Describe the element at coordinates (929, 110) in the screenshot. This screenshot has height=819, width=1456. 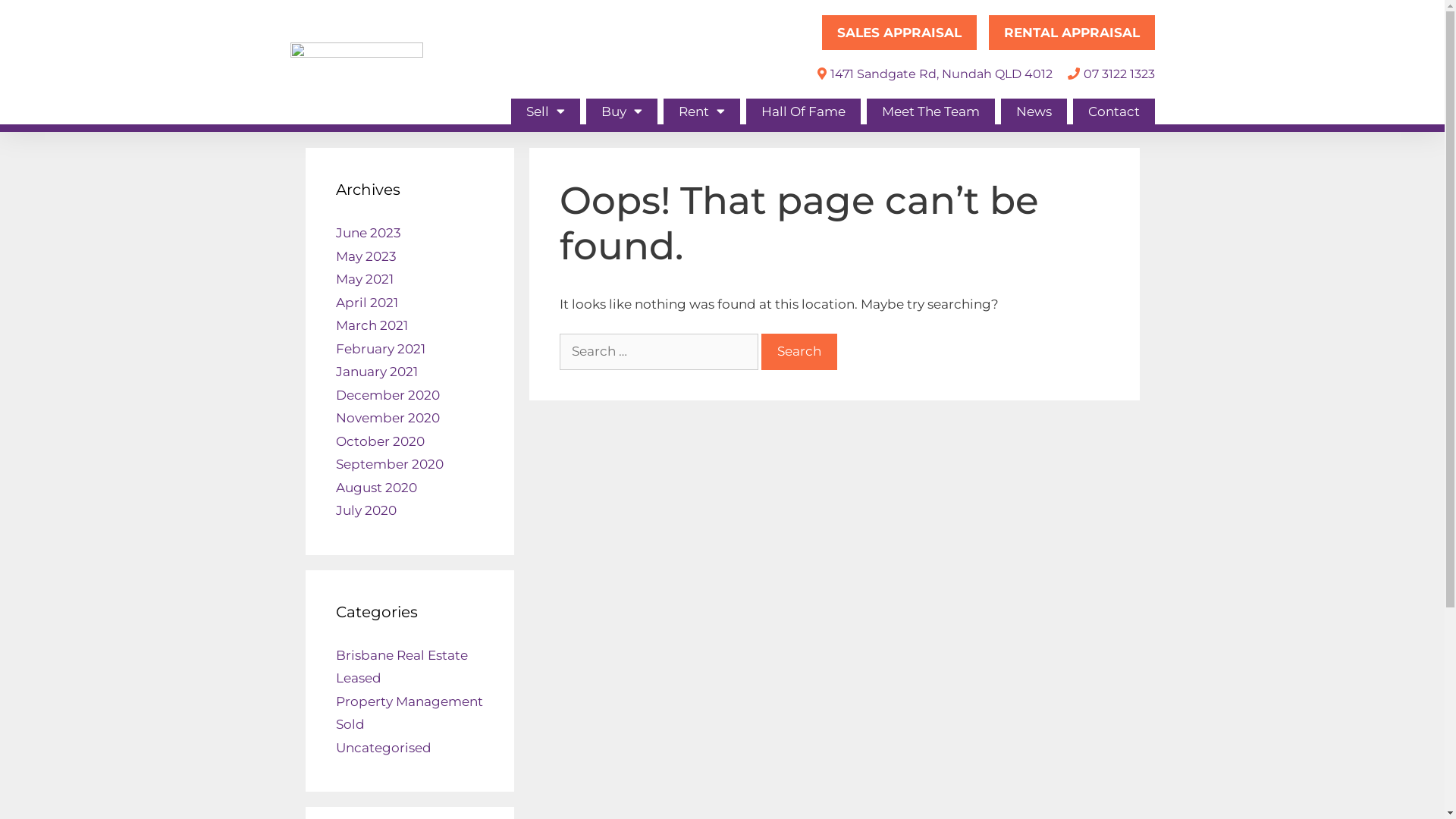
I see `'Meet The Team'` at that location.